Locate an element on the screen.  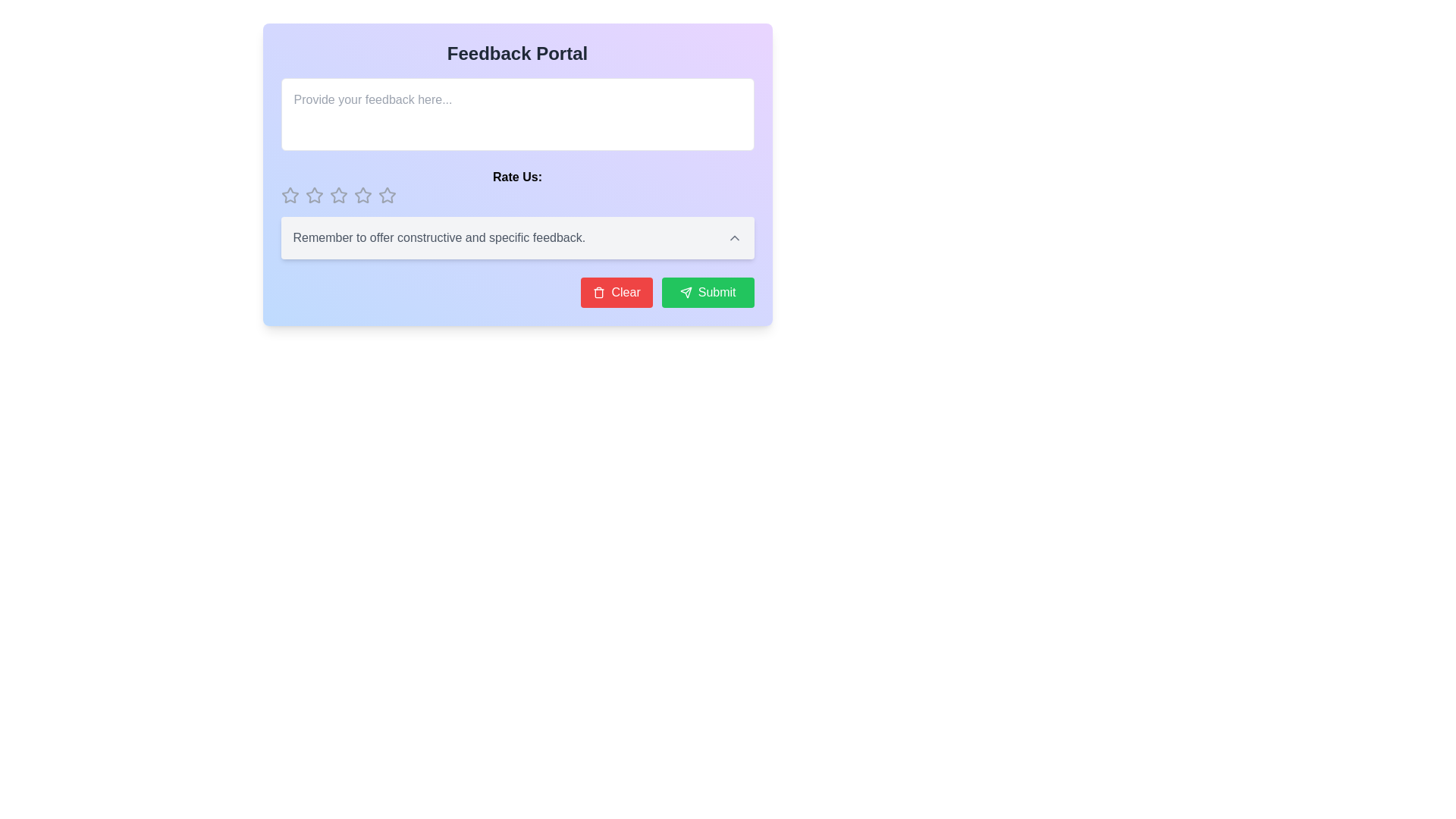
the first star icon in the rating system located under the 'Rate Us:' label is located at coordinates (290, 195).